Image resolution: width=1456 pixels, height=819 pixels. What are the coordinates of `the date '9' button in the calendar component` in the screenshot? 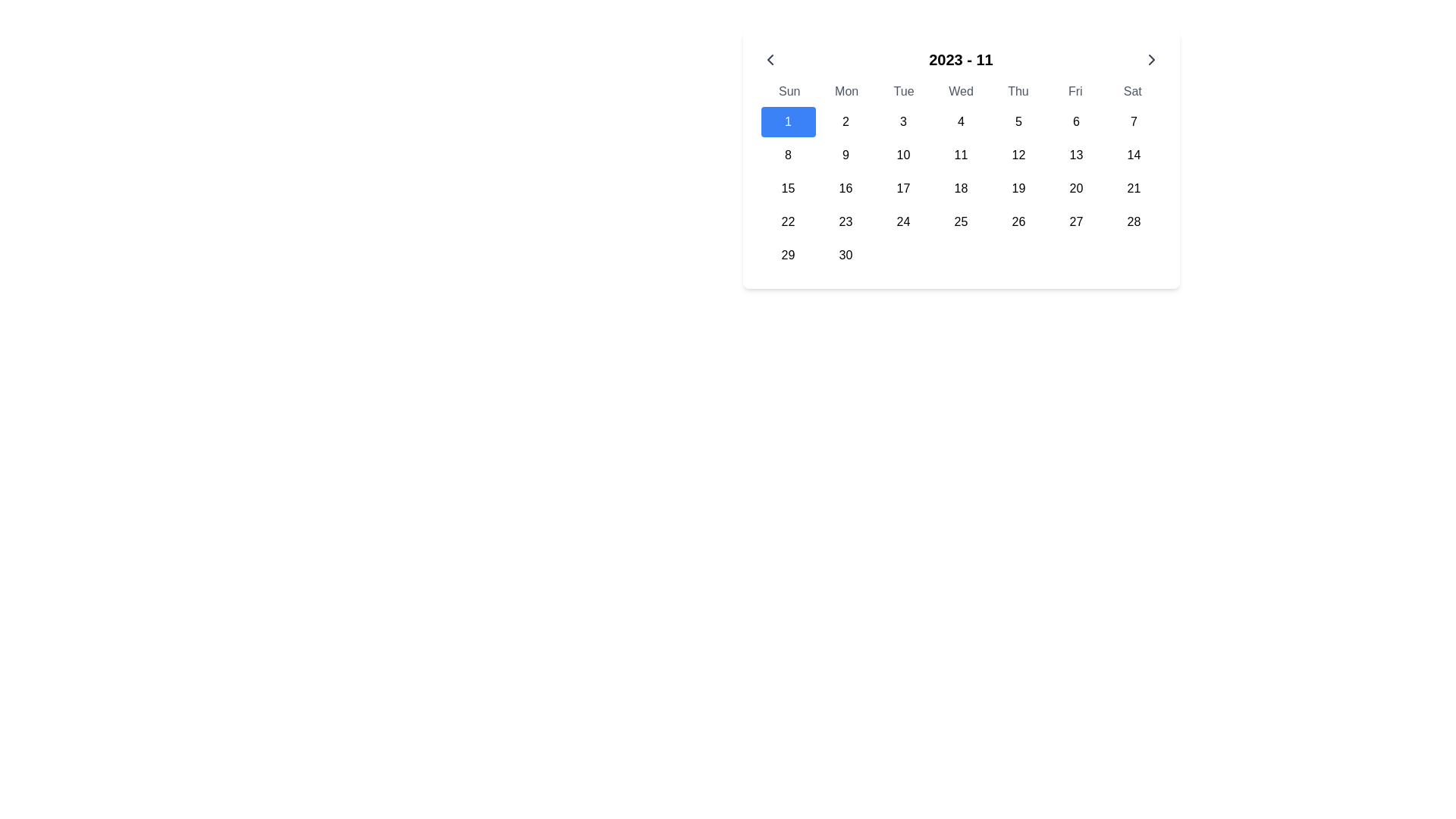 It's located at (845, 155).